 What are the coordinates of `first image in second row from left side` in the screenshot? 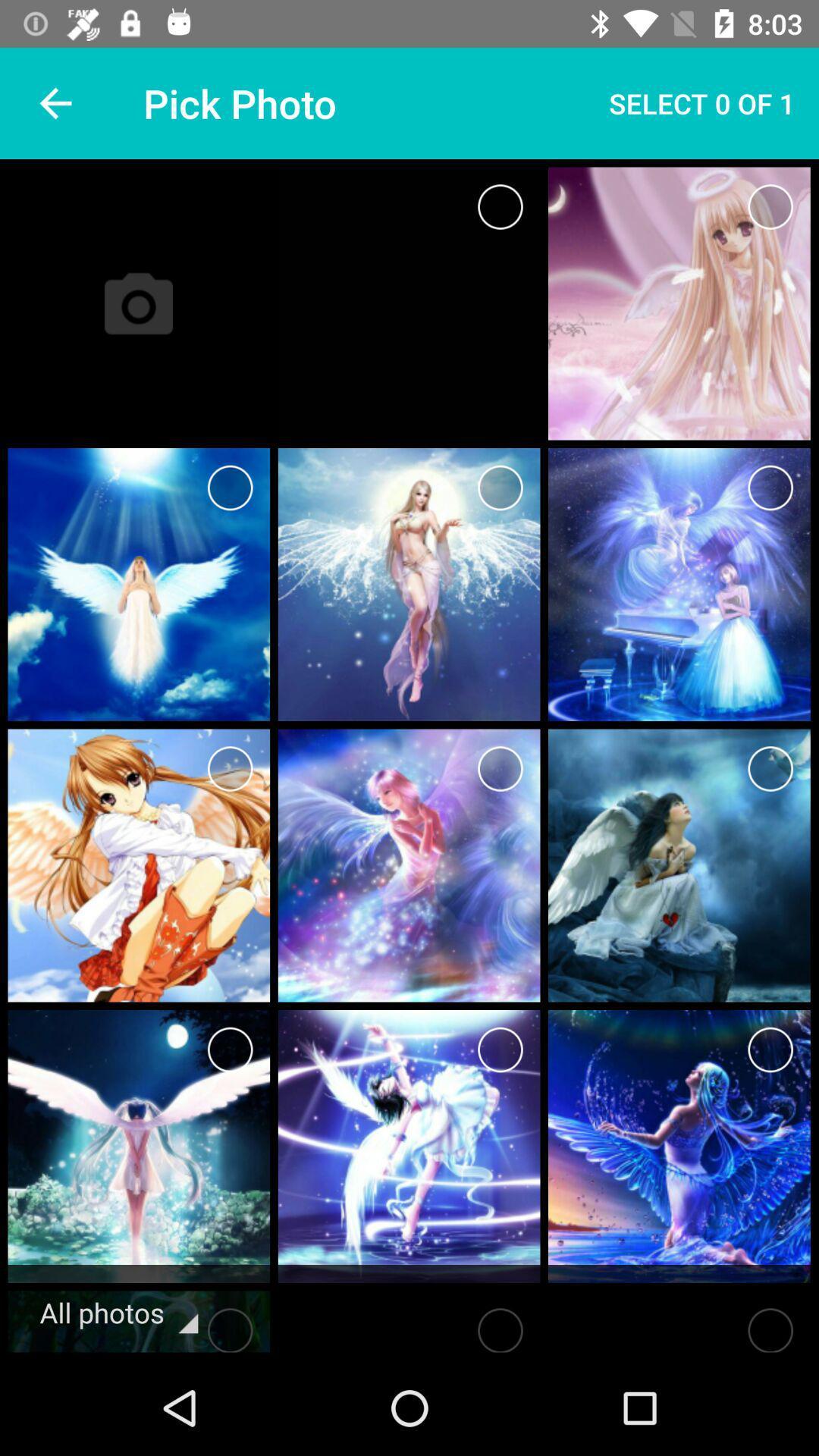 It's located at (139, 584).